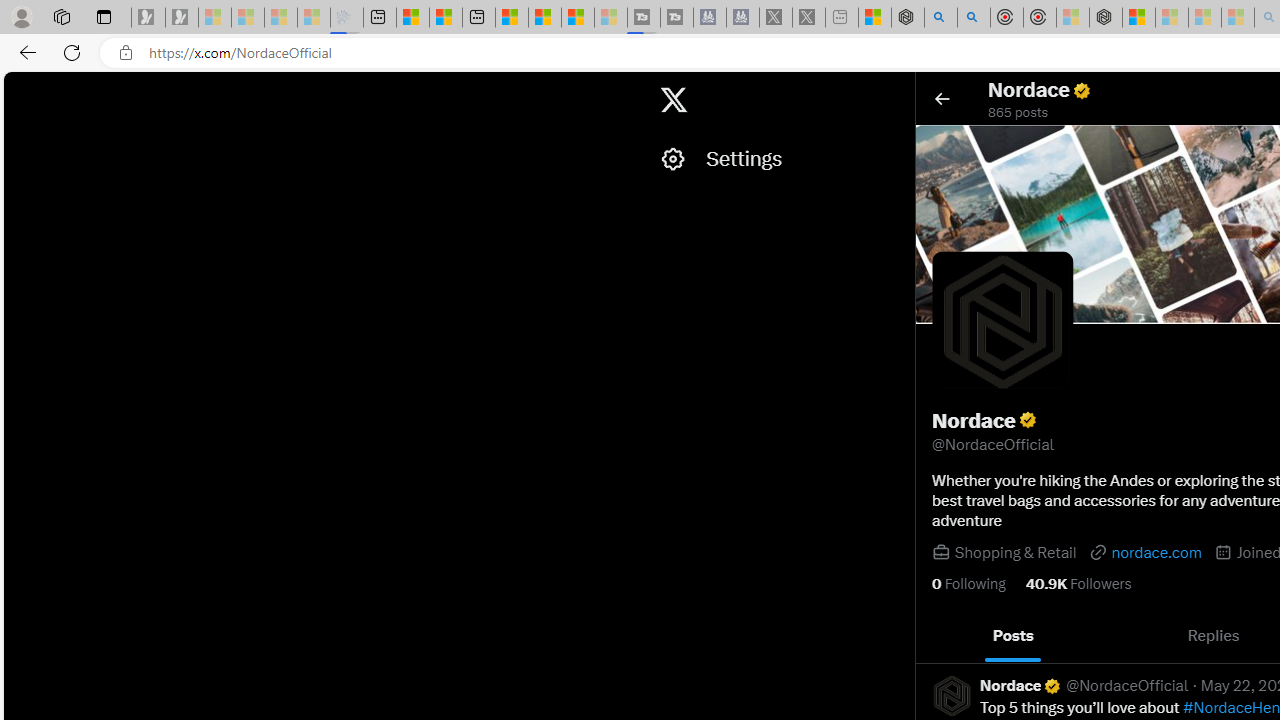 This screenshot has height=720, width=1280. Describe the element at coordinates (1002, 320) in the screenshot. I see `'Square profile picture and Opens profile photo'` at that location.